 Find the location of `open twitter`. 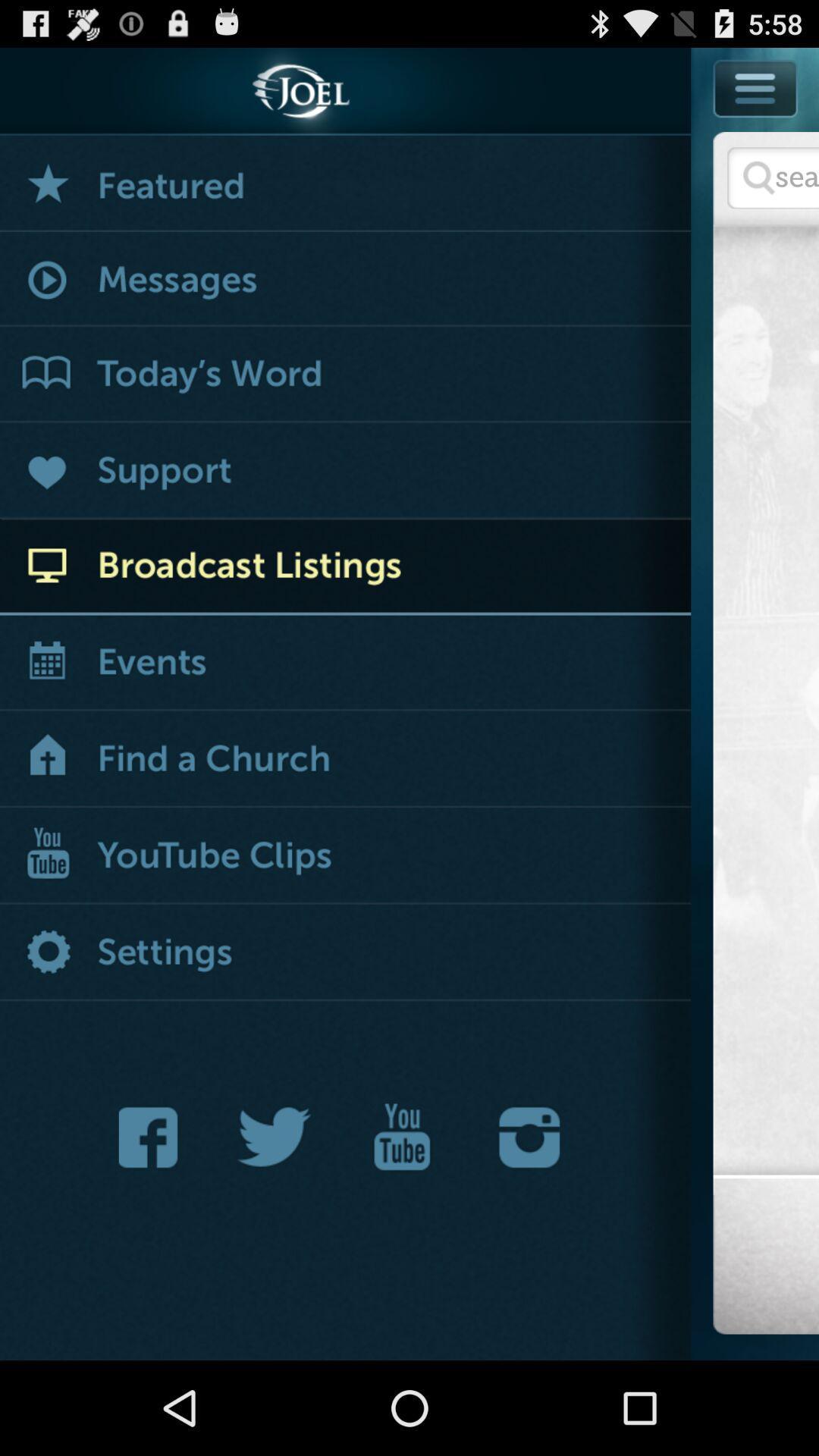

open twitter is located at coordinates (275, 1137).